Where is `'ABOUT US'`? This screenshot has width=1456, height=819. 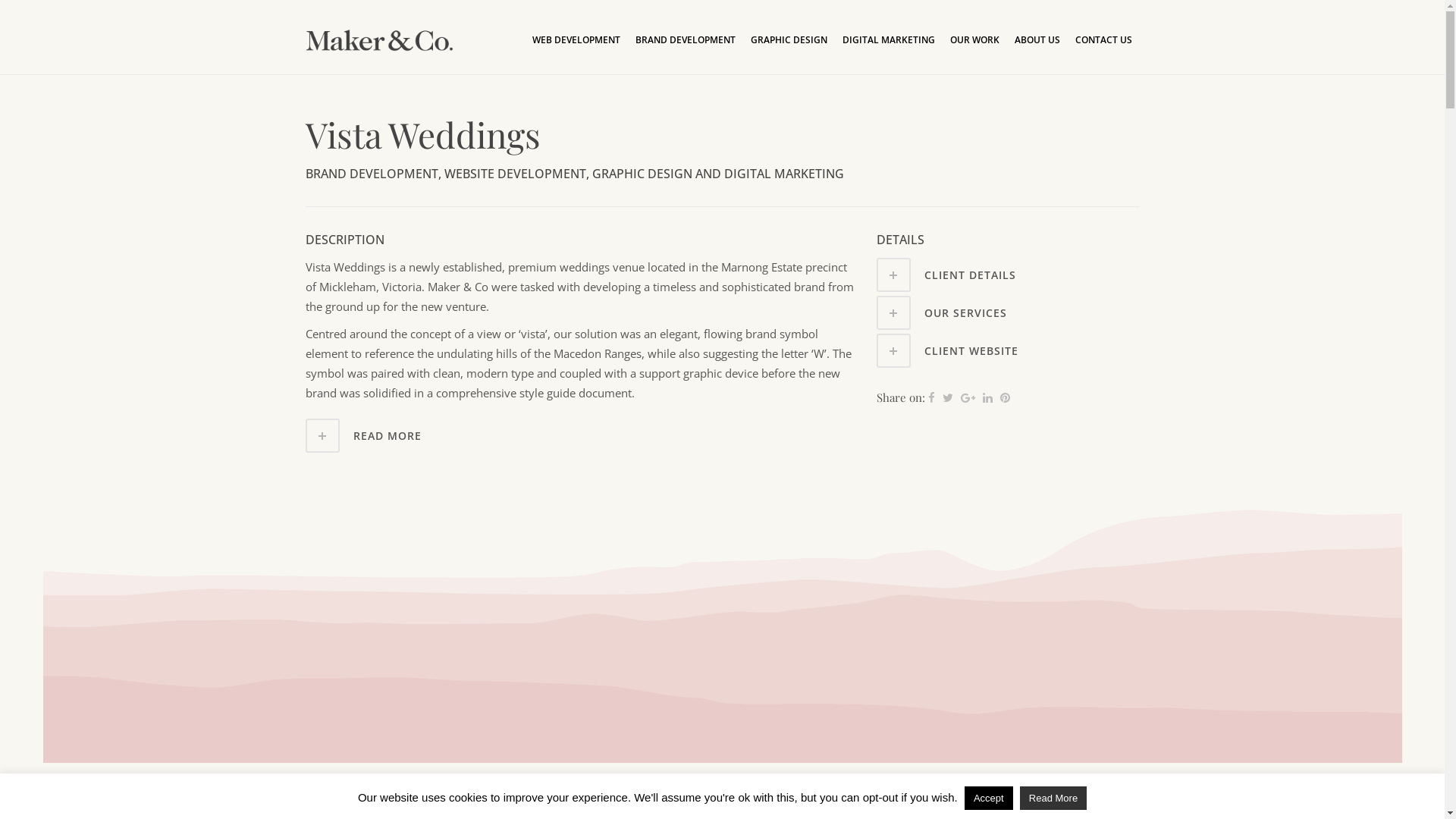
'ABOUT US' is located at coordinates (1037, 39).